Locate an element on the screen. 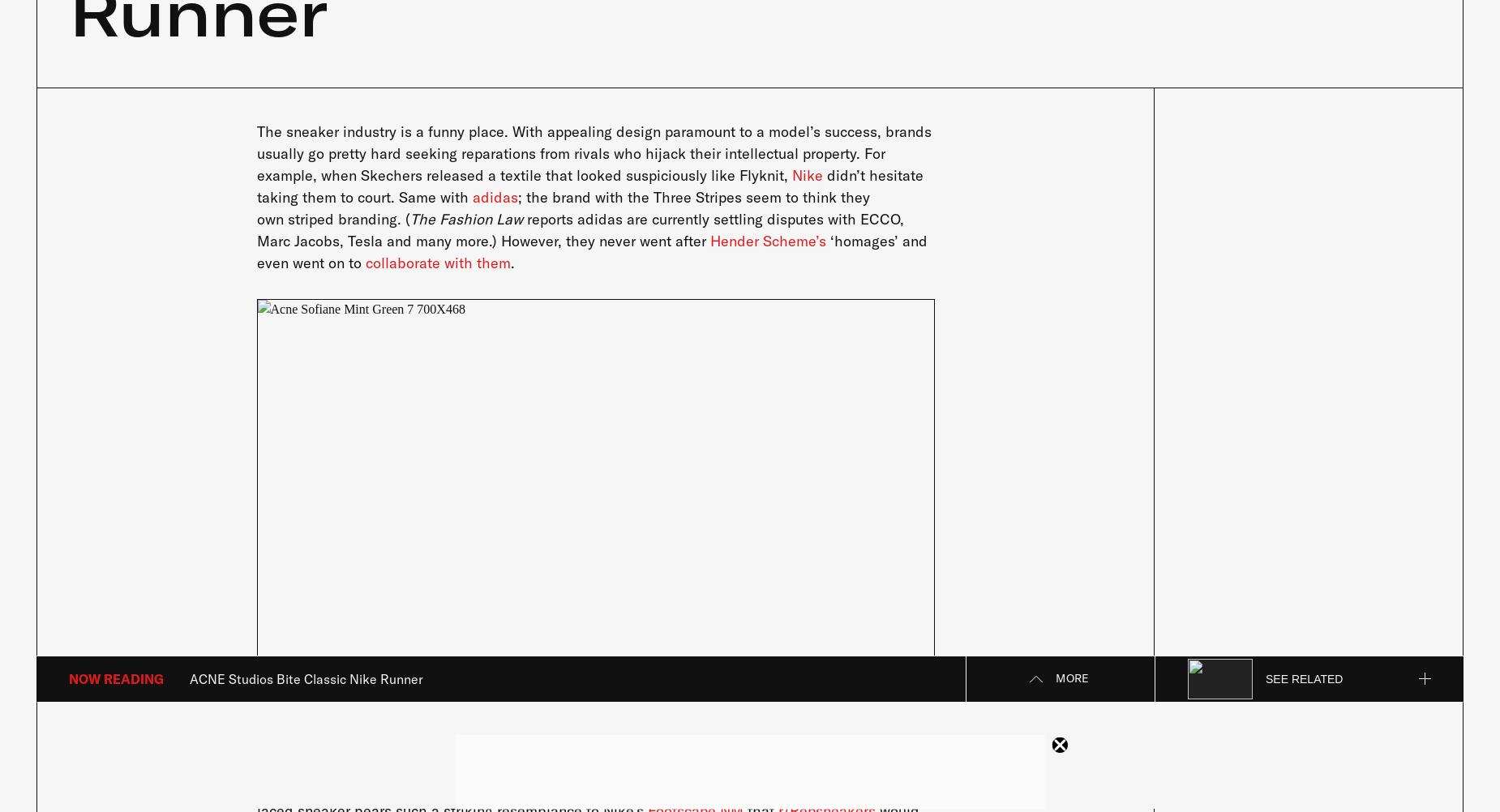 This screenshot has width=1500, height=812. 'collaborate with them' is located at coordinates (437, 261).